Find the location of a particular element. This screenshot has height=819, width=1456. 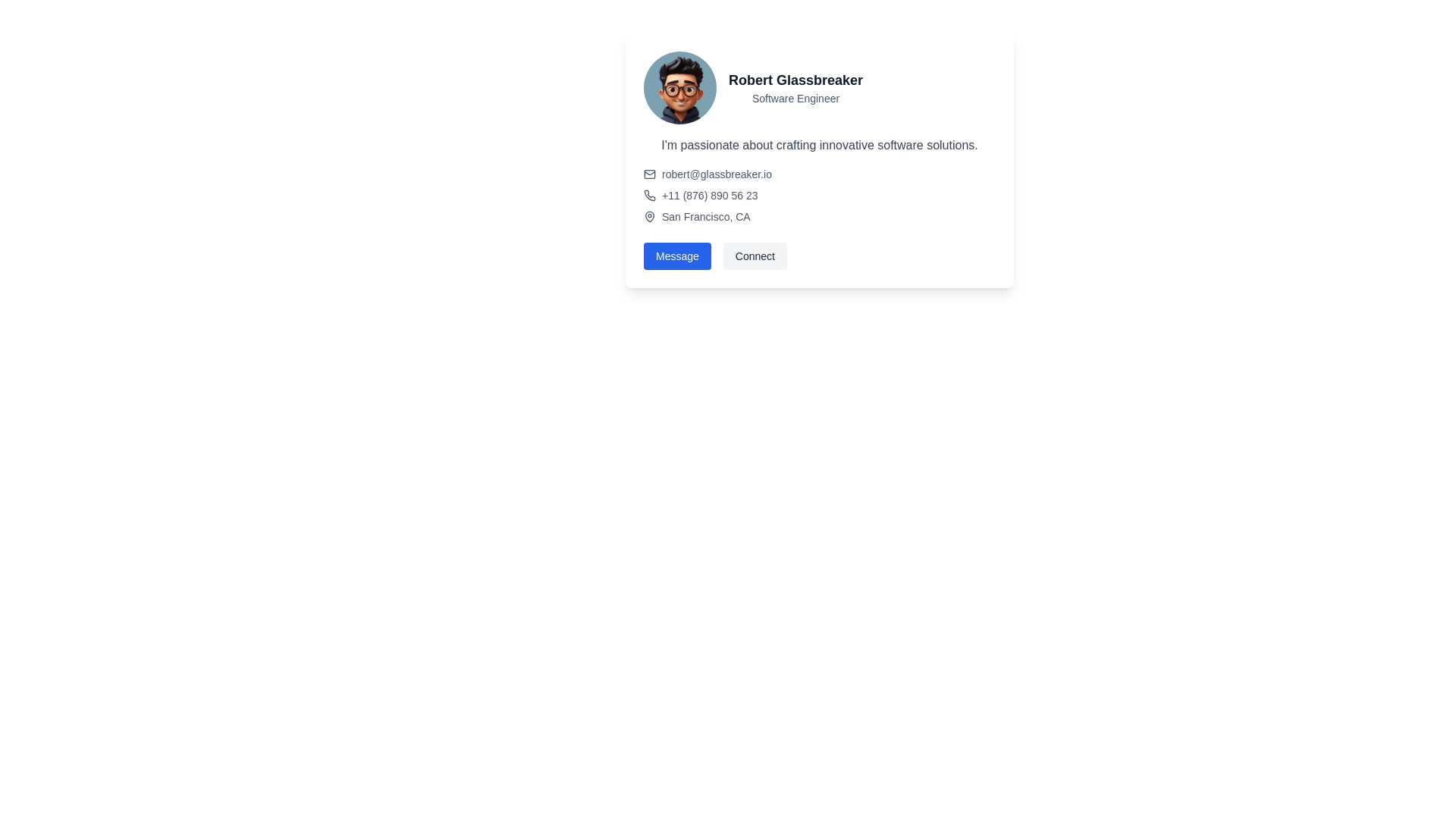

the location icon positioned to the left of the text 'San Francisco, CA' in the contact card layout is located at coordinates (650, 216).